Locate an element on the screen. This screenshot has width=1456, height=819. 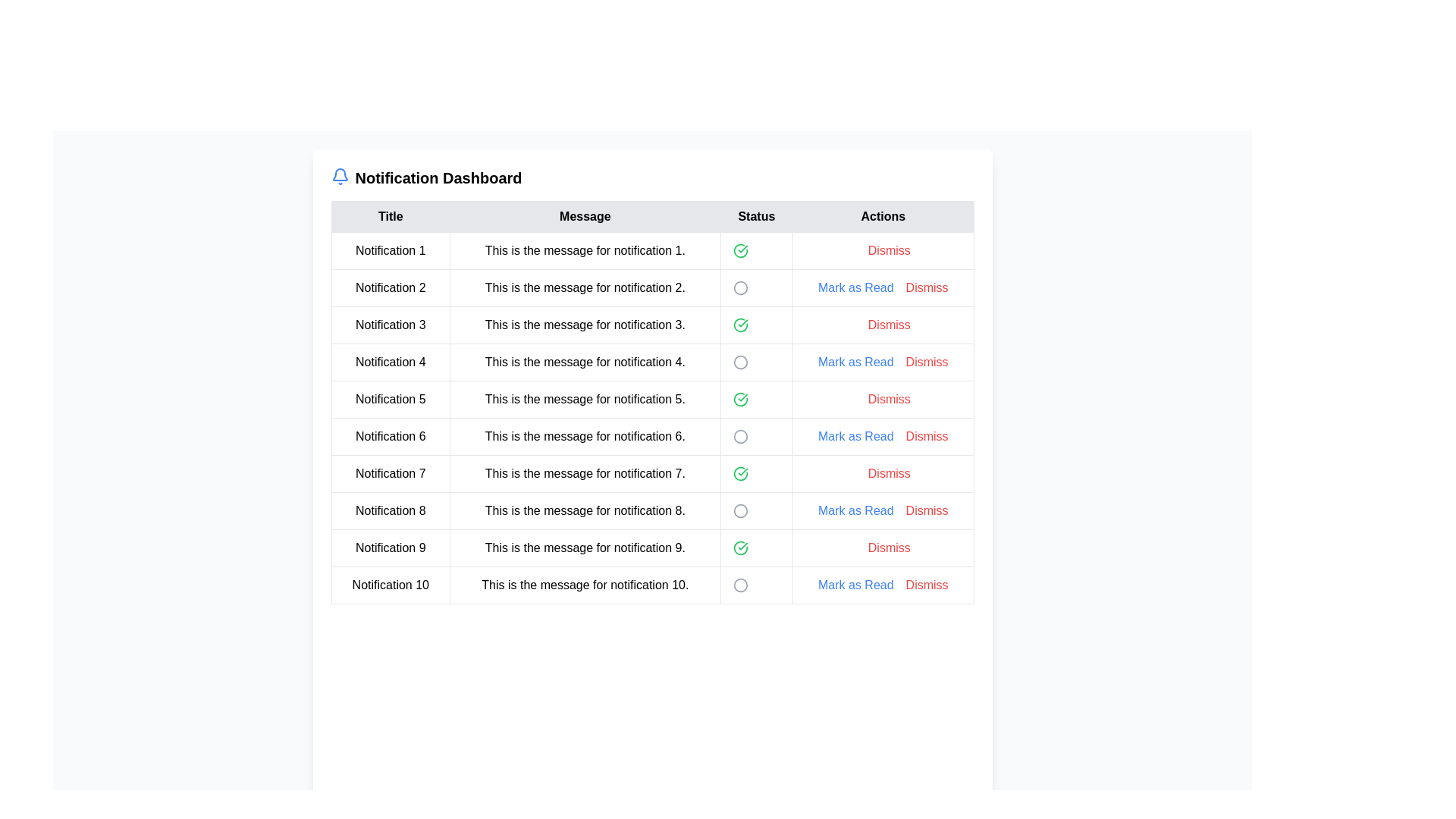
the 'Dismiss' button in the 'Actions' column of the notification dashboard, specifically aligned to the 'Notification 2' row, to underline the text is located at coordinates (926, 288).